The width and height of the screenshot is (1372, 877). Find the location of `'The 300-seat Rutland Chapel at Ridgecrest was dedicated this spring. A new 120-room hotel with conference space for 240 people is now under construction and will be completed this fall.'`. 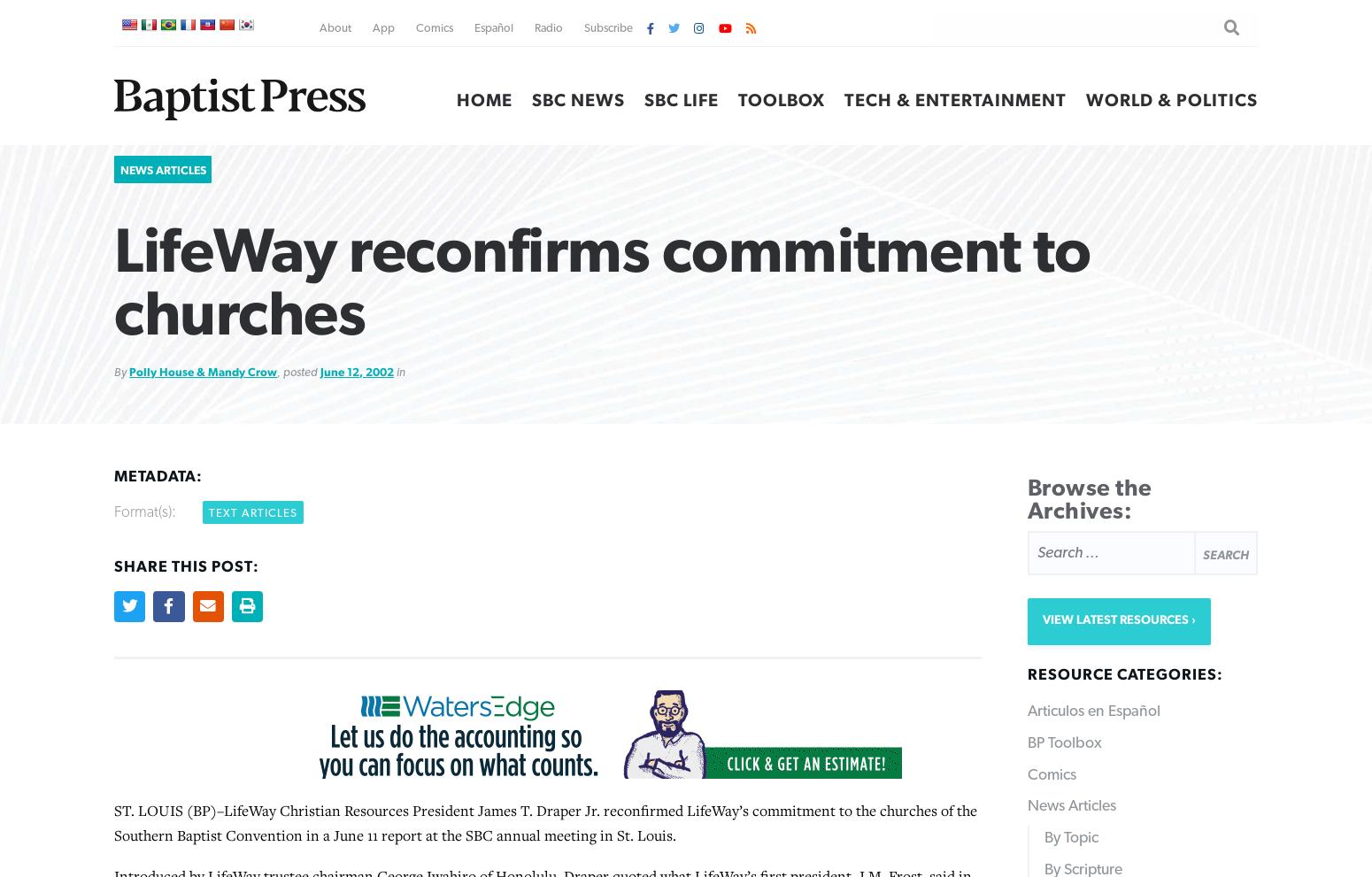

'The 300-seat Rutland Chapel at Ridgecrest was dedicated this spring. A new 120-room hotel with conference space for 240 people is now under construction and will be completed this fall.' is located at coordinates (534, 482).